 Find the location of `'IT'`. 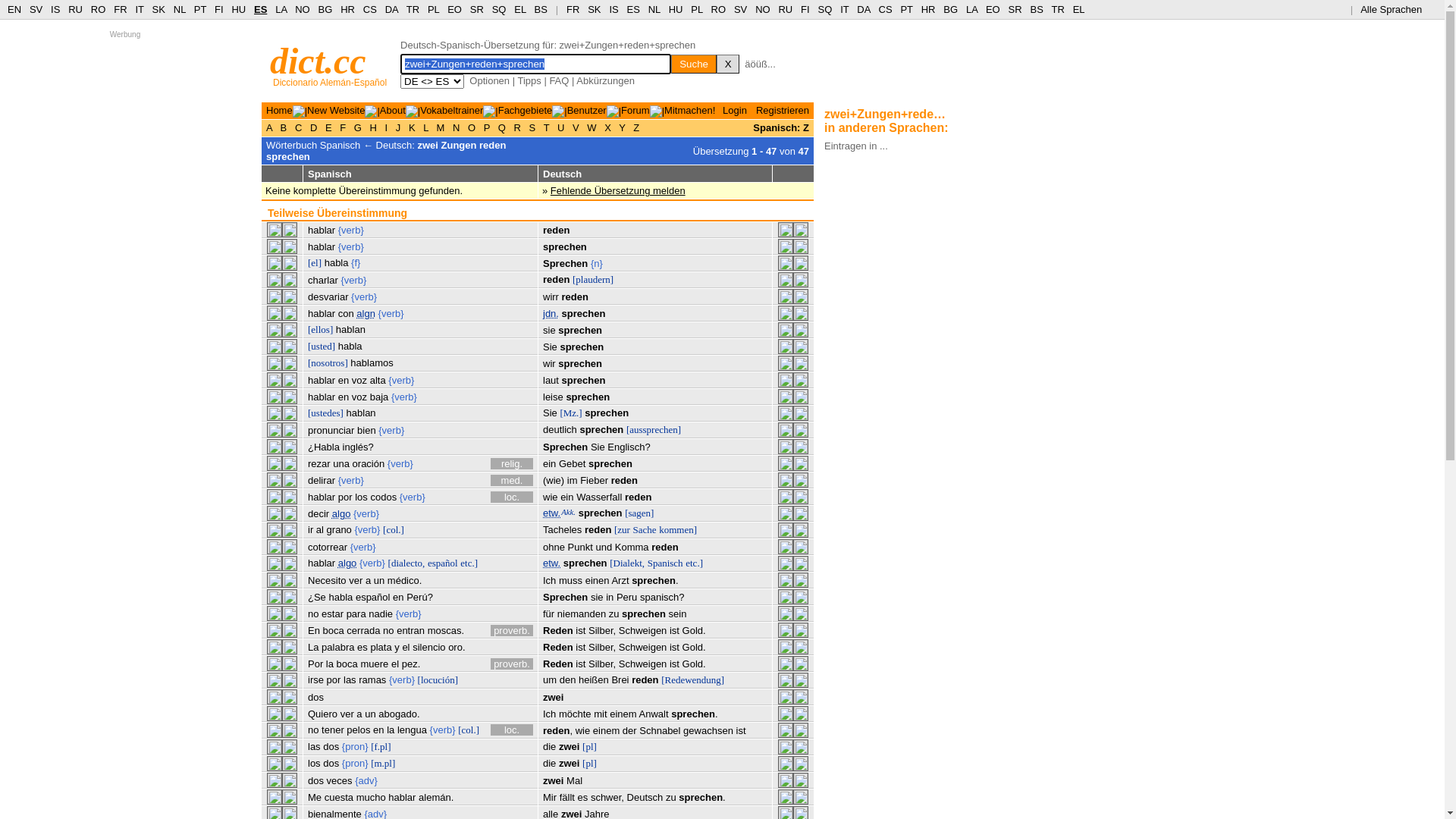

'IT' is located at coordinates (139, 9).